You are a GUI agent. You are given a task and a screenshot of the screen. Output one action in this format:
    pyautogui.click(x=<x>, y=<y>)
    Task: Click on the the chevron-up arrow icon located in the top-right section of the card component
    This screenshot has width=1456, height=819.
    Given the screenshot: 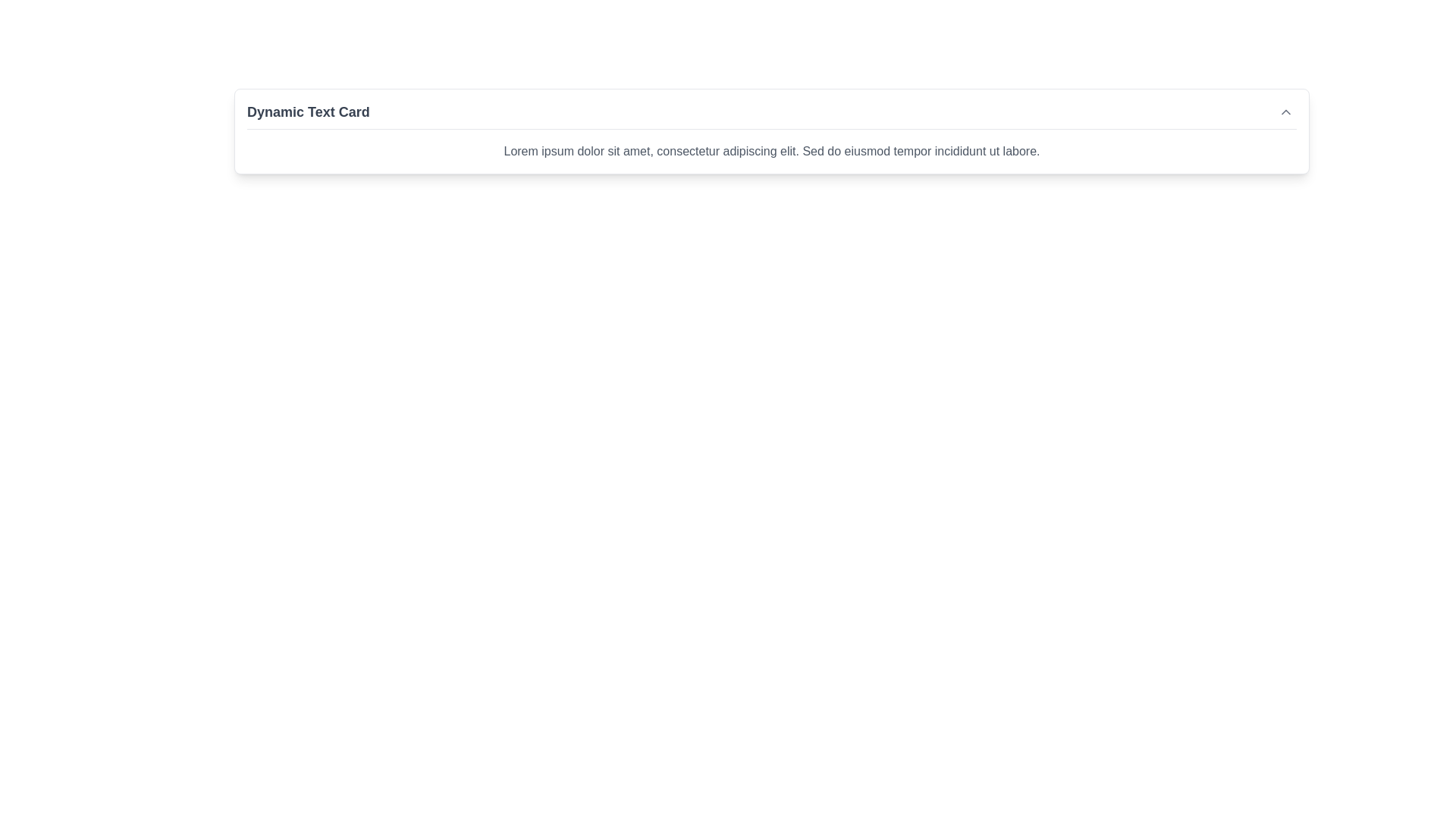 What is the action you would take?
    pyautogui.click(x=1285, y=111)
    